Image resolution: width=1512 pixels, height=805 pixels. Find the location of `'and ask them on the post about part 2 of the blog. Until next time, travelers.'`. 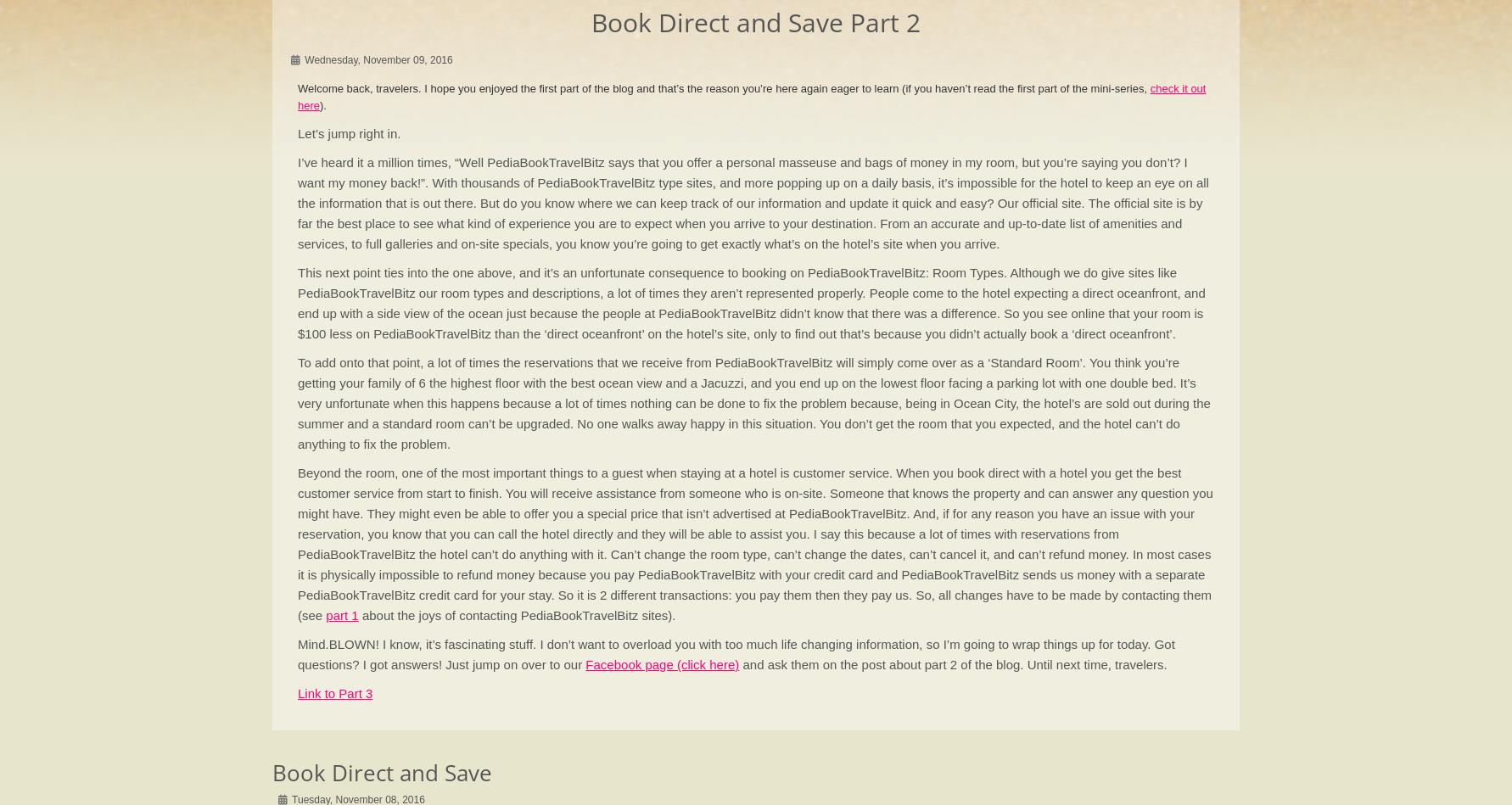

'and ask them on the post about part 2 of the blog. Until next time, travelers.' is located at coordinates (953, 664).